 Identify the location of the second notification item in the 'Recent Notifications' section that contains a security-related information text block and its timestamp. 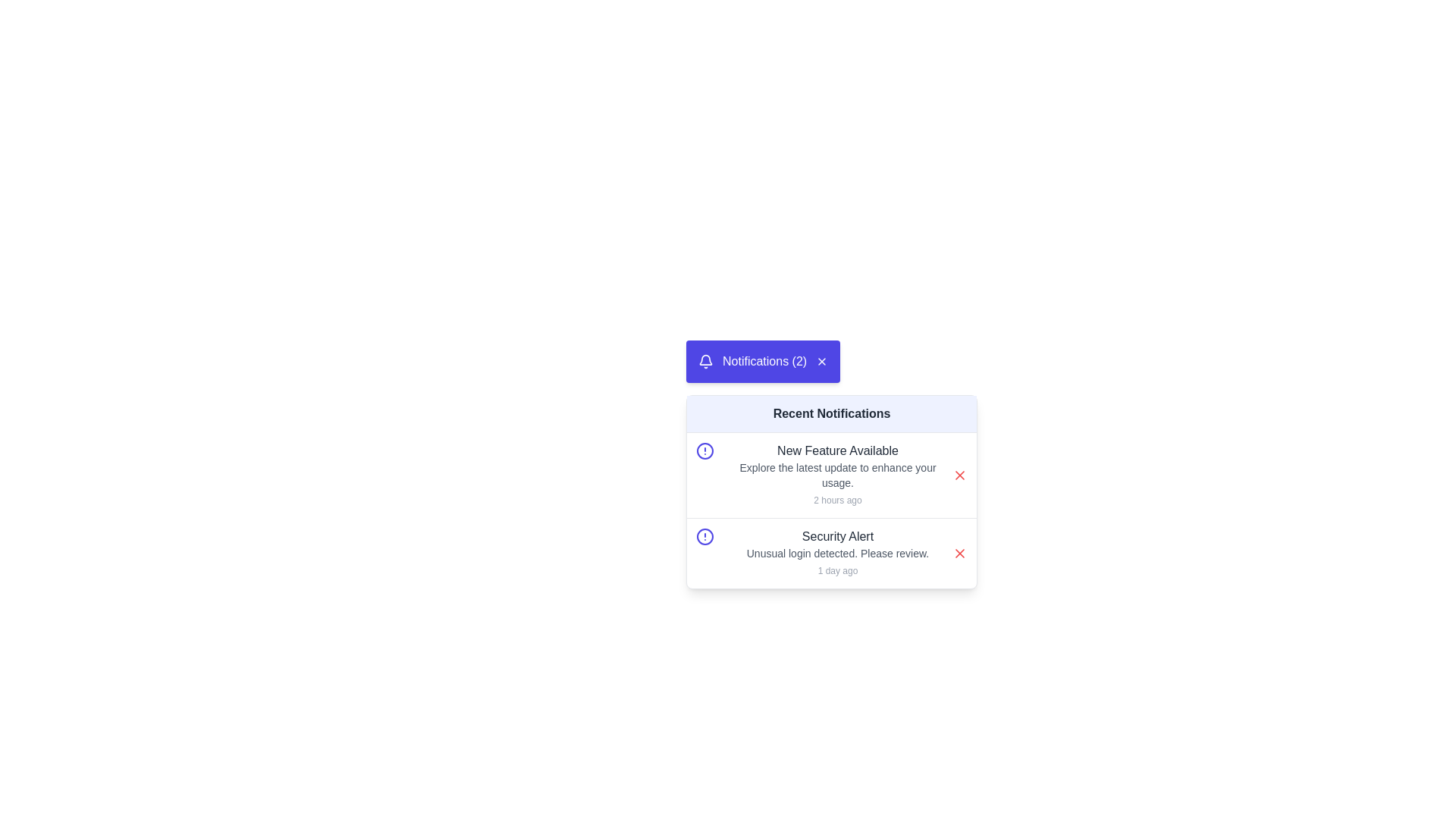
(836, 553).